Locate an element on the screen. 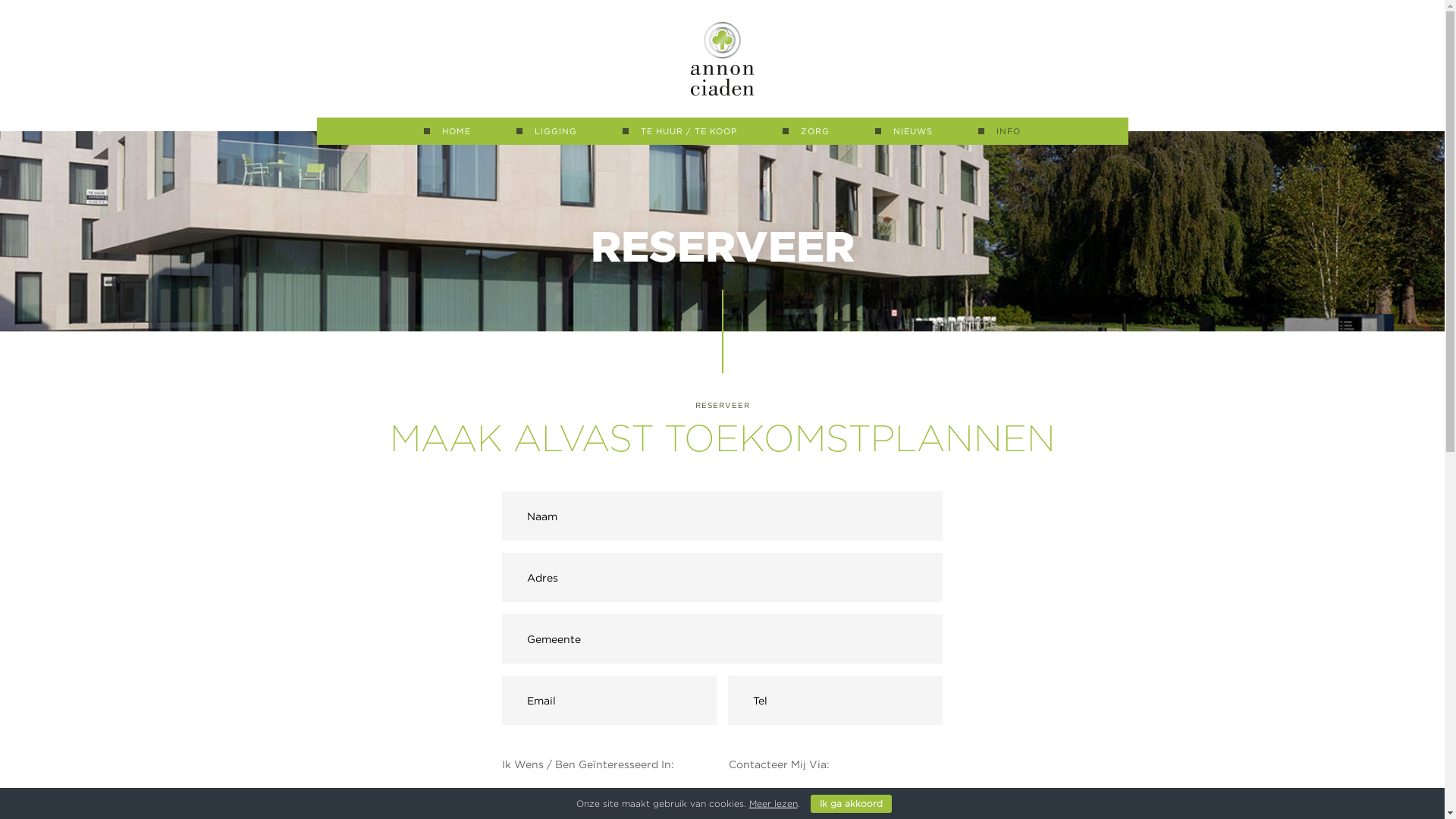 The image size is (1456, 819). 'NIEUWS' is located at coordinates (903, 130).